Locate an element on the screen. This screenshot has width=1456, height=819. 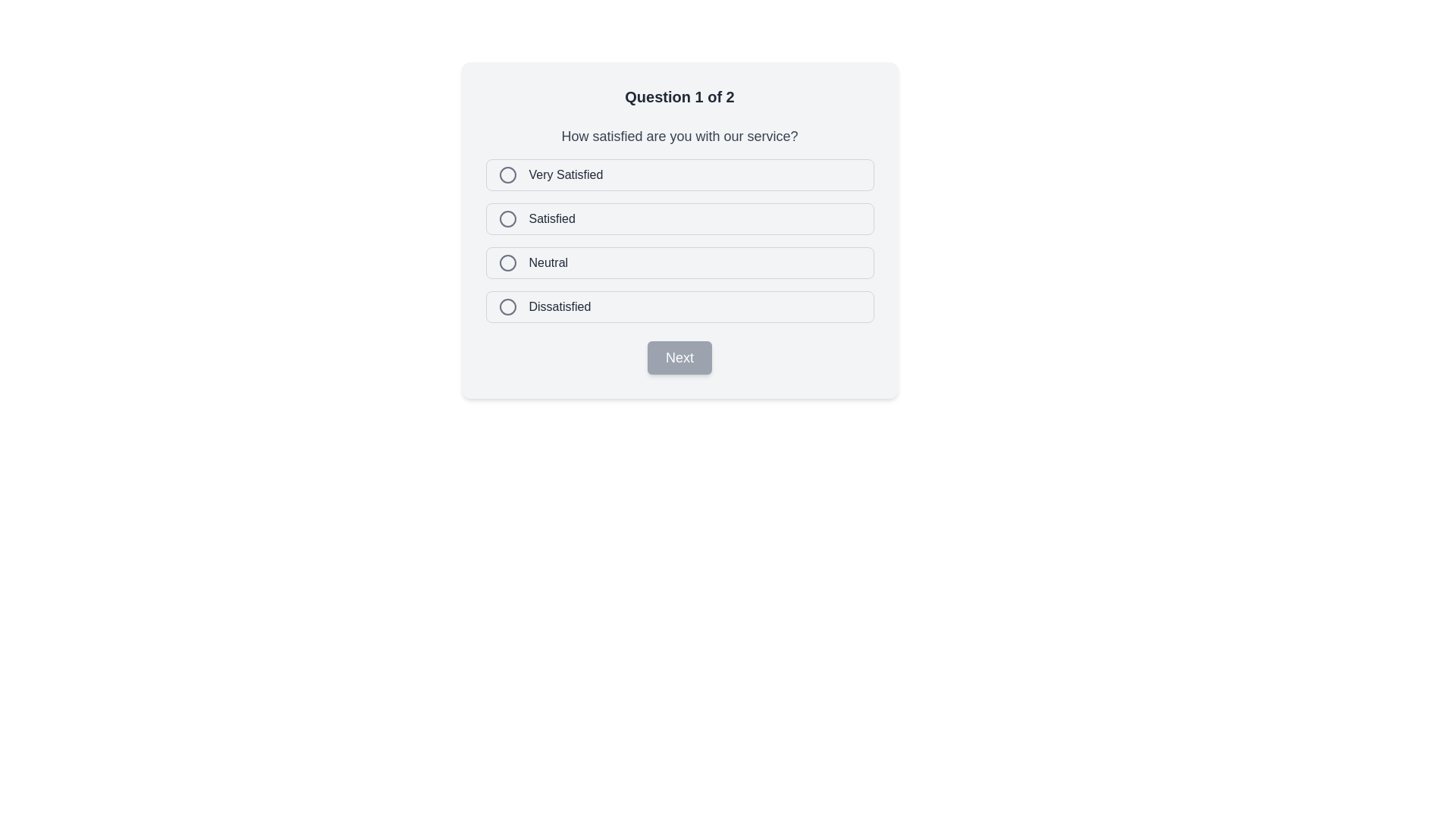
the 'Dissatisfied' radio button icon is located at coordinates (507, 307).